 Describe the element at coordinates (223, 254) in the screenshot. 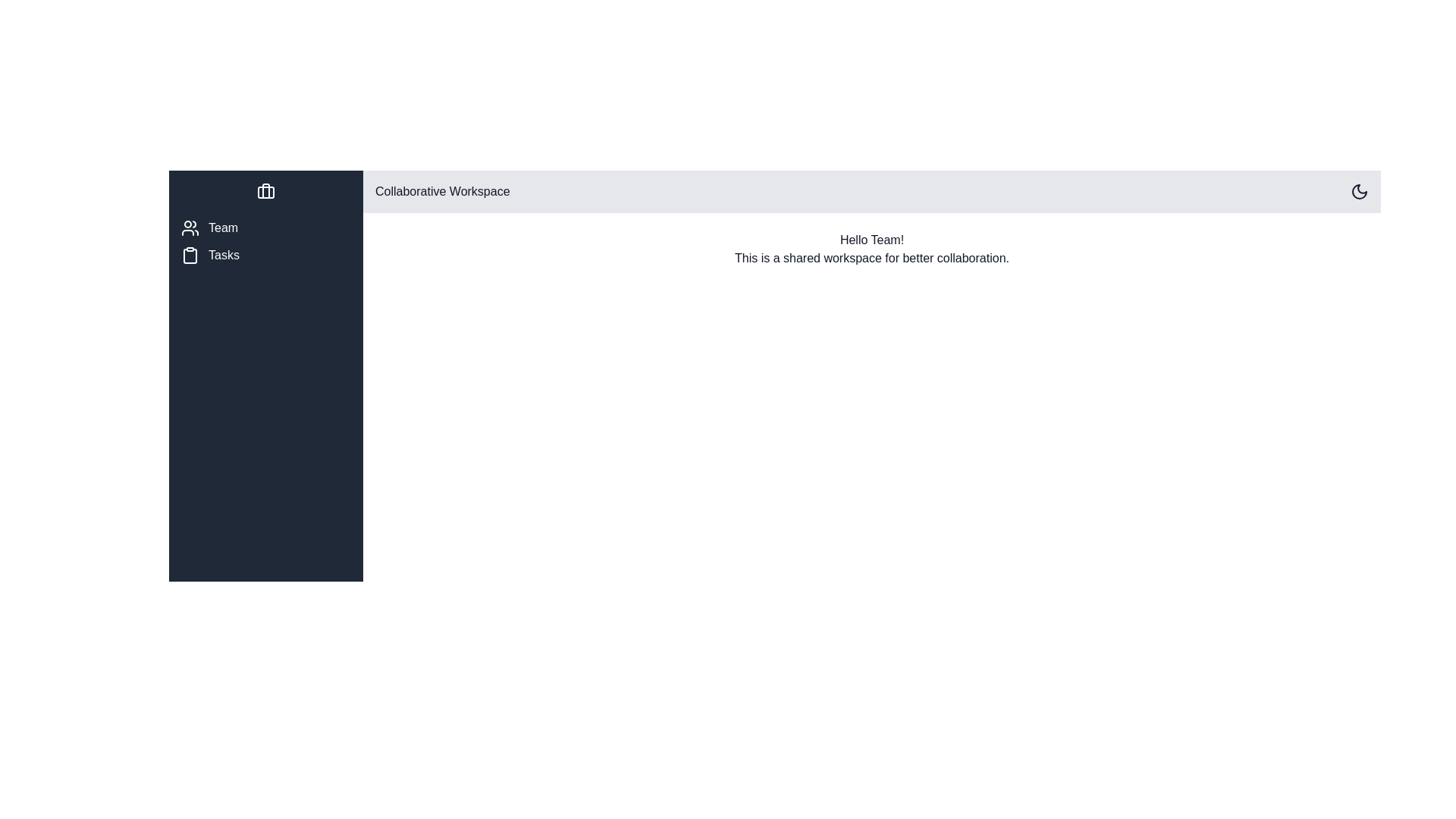

I see `the 'Tasks' text label located below the 'Team' label in the sidebar` at that location.